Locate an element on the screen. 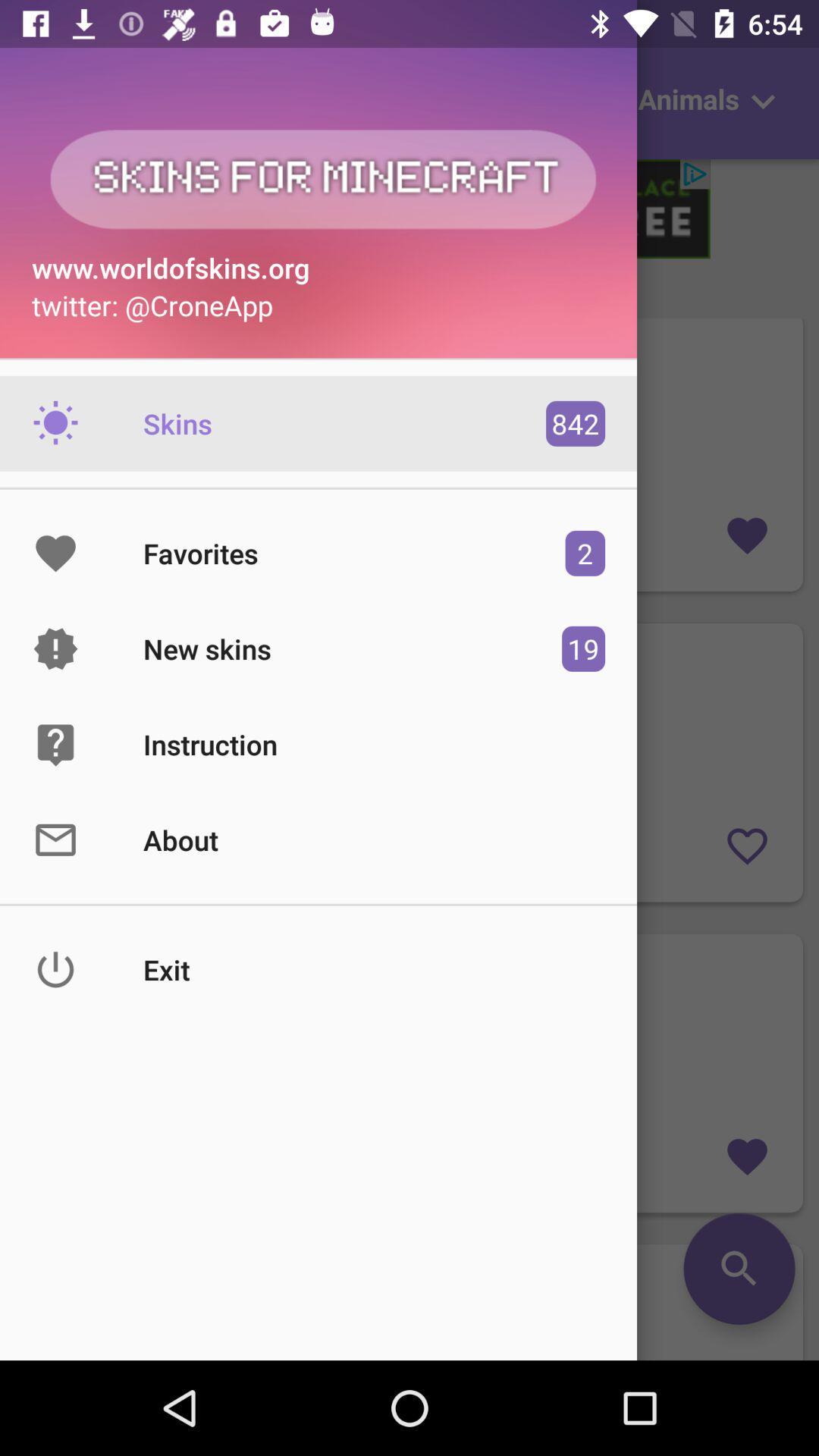 Image resolution: width=819 pixels, height=1456 pixels. the search button which is on the right hand side is located at coordinates (409, 1301).